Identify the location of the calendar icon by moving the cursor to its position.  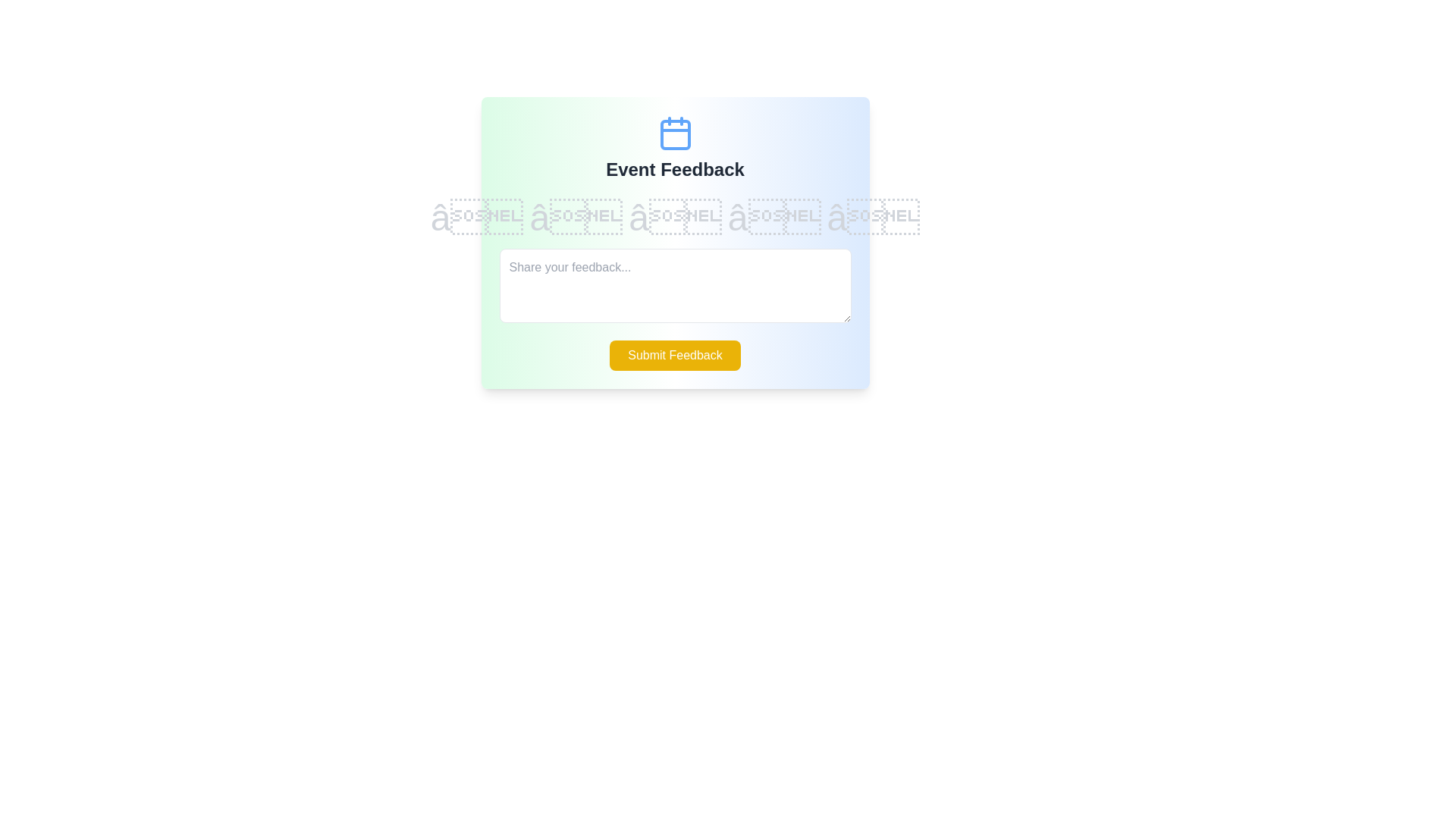
(674, 133).